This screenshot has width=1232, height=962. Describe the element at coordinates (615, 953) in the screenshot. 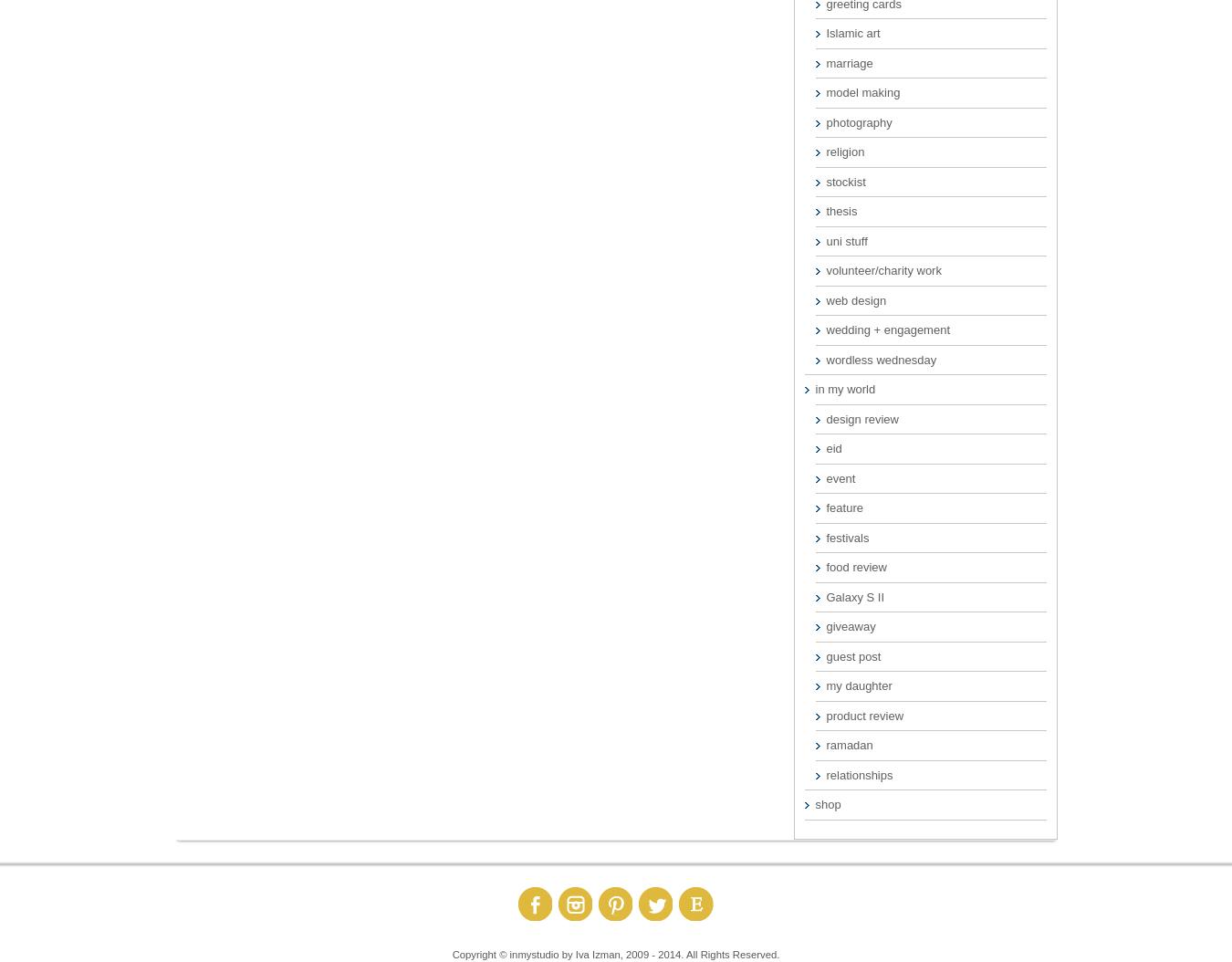

I see `'Copyright © inmystudio by Iva Izman, 2009 - 2014. All Rights Reserved.'` at that location.